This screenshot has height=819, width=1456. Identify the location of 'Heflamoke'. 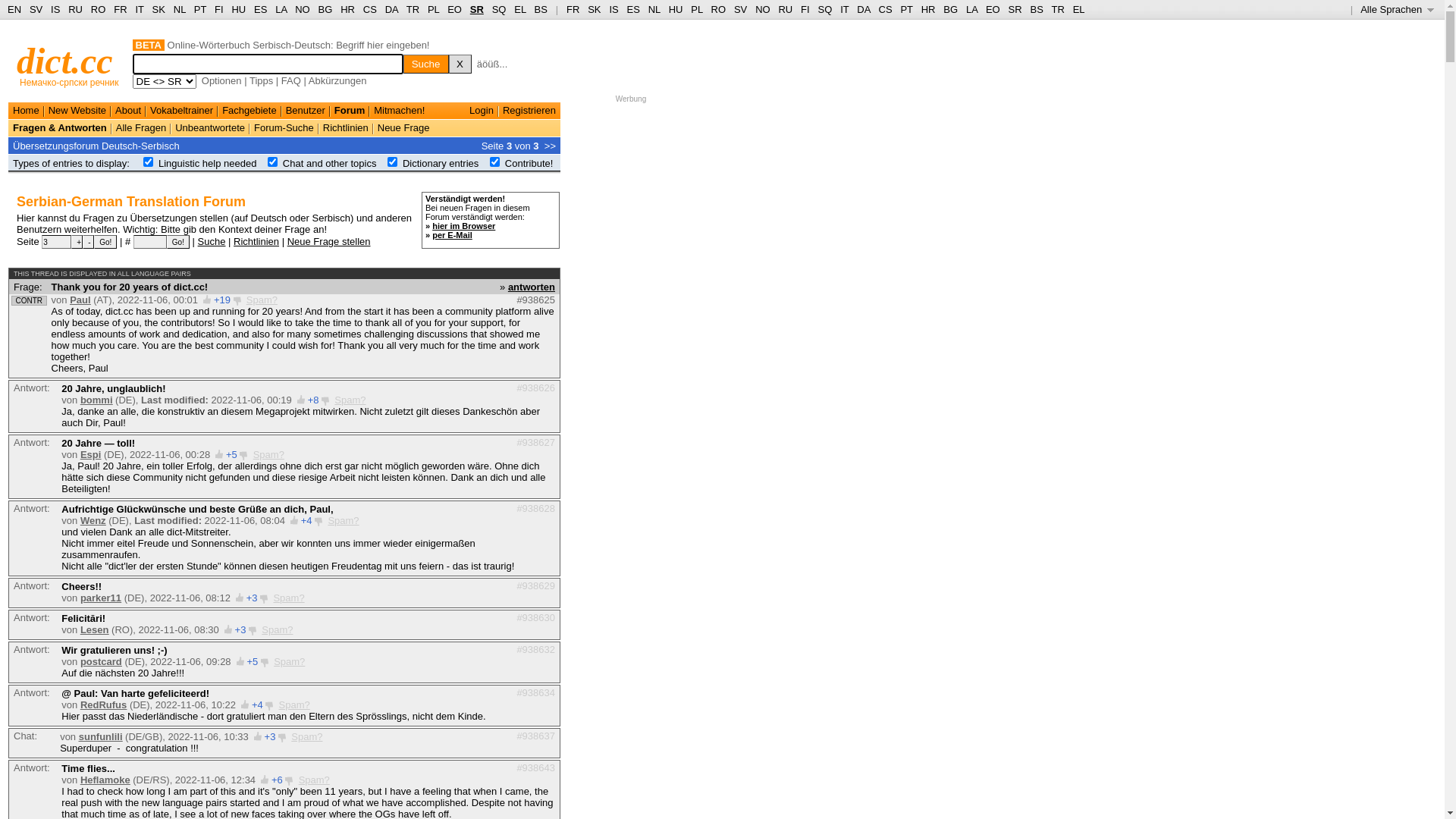
(105, 780).